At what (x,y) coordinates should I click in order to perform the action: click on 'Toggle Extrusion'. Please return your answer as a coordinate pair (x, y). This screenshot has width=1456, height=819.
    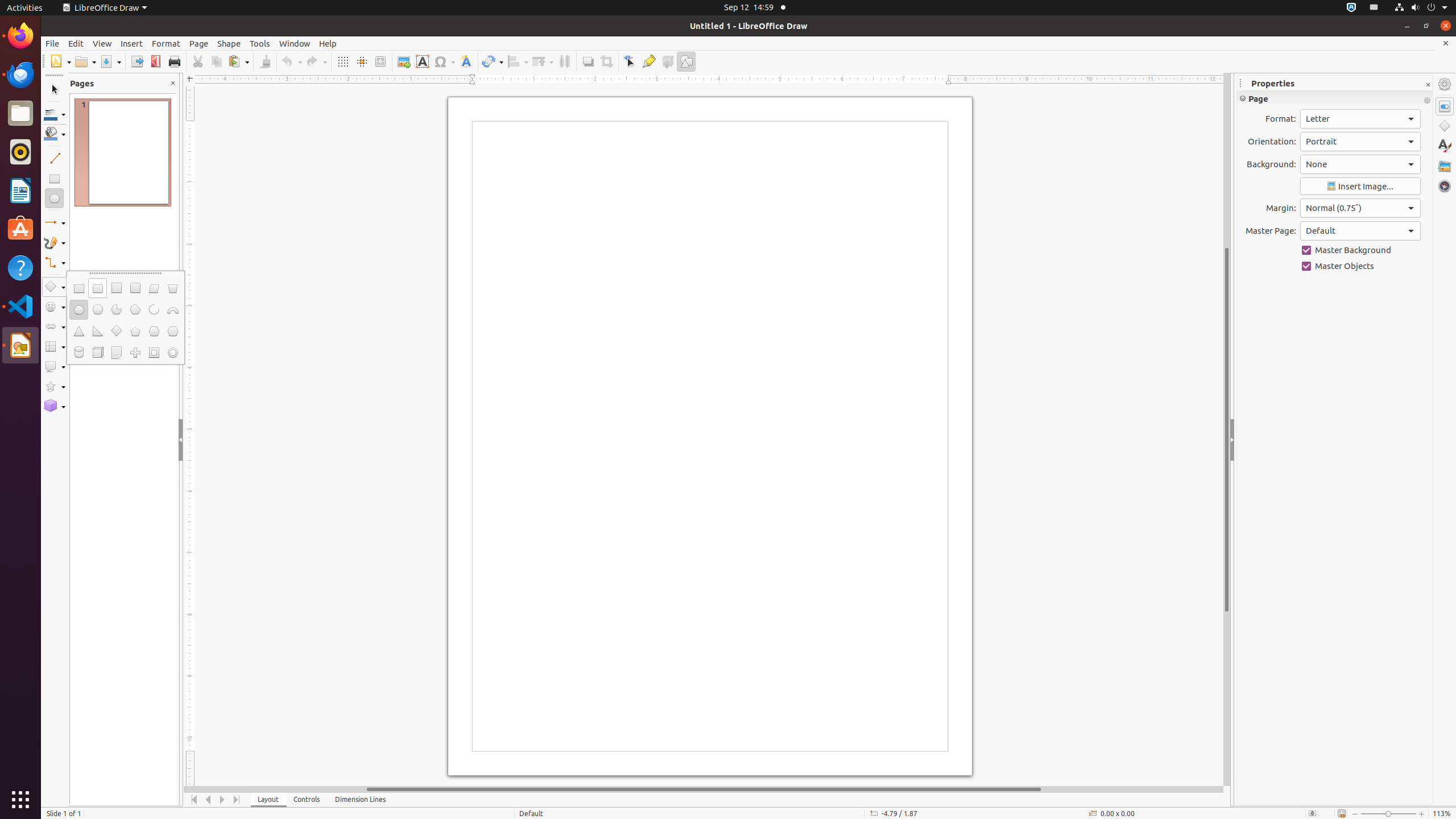
    Looking at the image, I should click on (667, 61).